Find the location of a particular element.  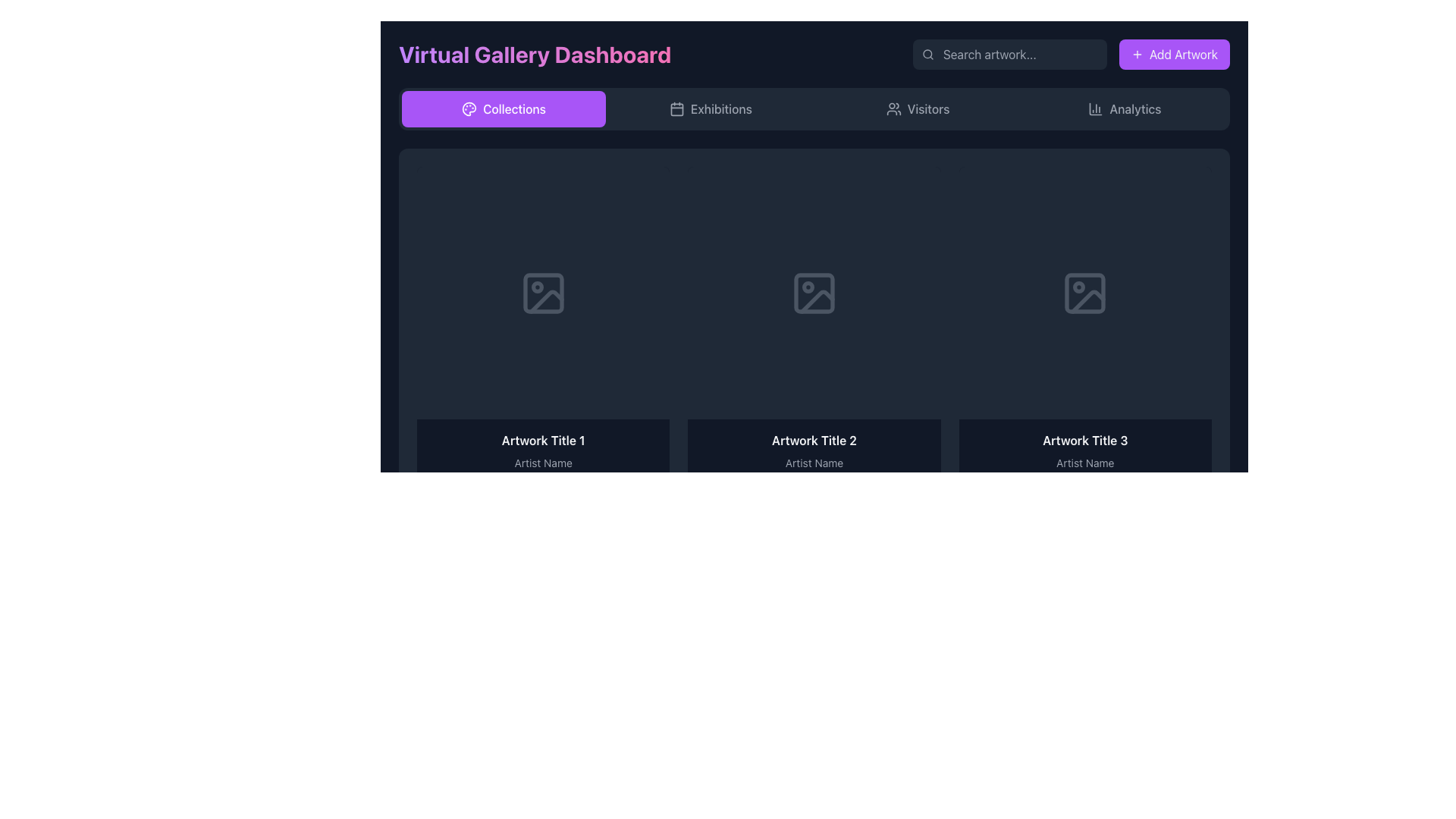

image placeholder icon depicting a frame with a circle and a diagonal line inside, which is the second icon in the middle row above 'Artwork Title 2' is located at coordinates (814, 293).